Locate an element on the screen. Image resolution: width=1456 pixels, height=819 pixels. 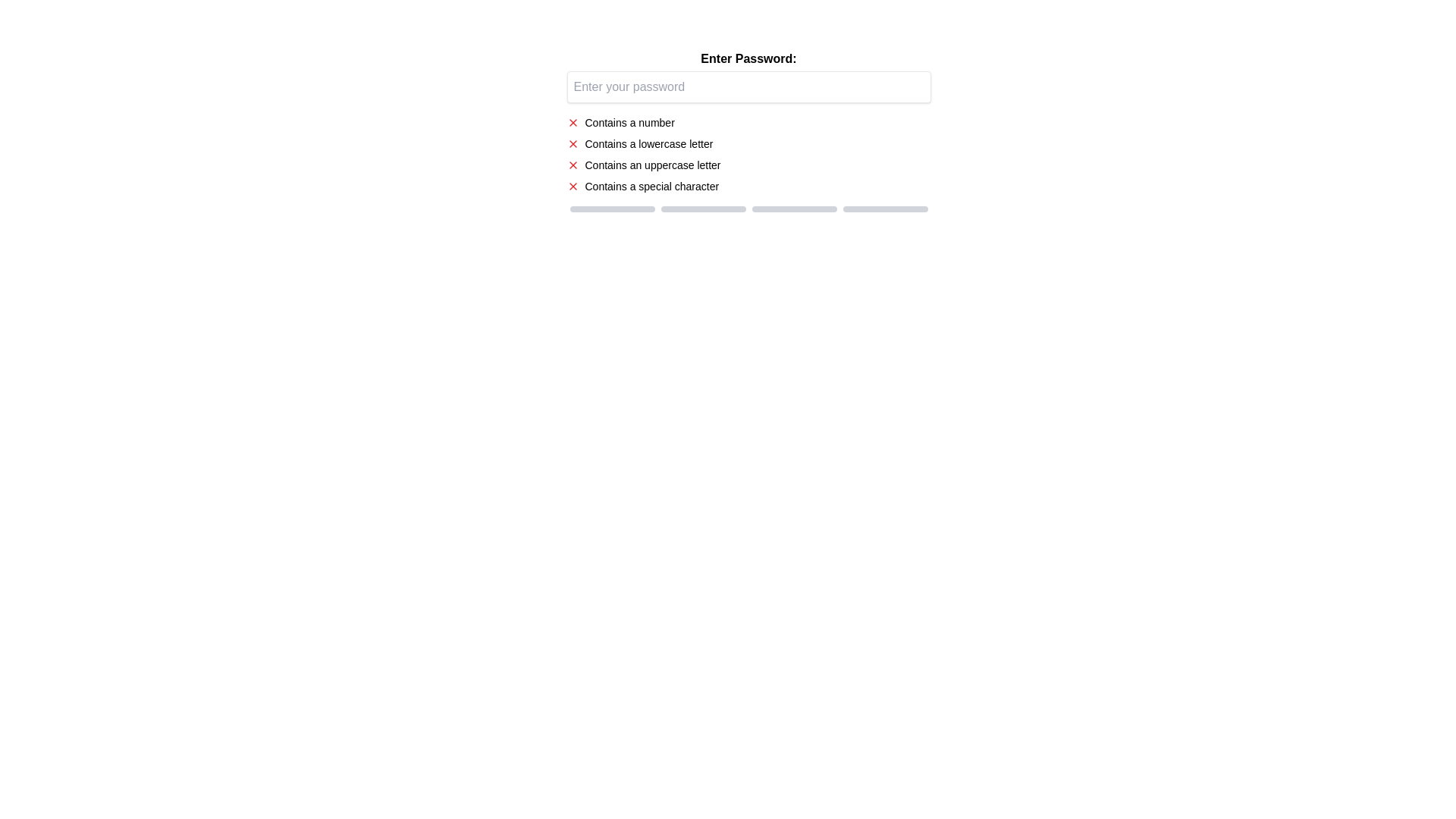
the third progress bar in a sequence of four horizontally arranged strength indicators, which is styled in light gray and has rounded edges is located at coordinates (793, 209).